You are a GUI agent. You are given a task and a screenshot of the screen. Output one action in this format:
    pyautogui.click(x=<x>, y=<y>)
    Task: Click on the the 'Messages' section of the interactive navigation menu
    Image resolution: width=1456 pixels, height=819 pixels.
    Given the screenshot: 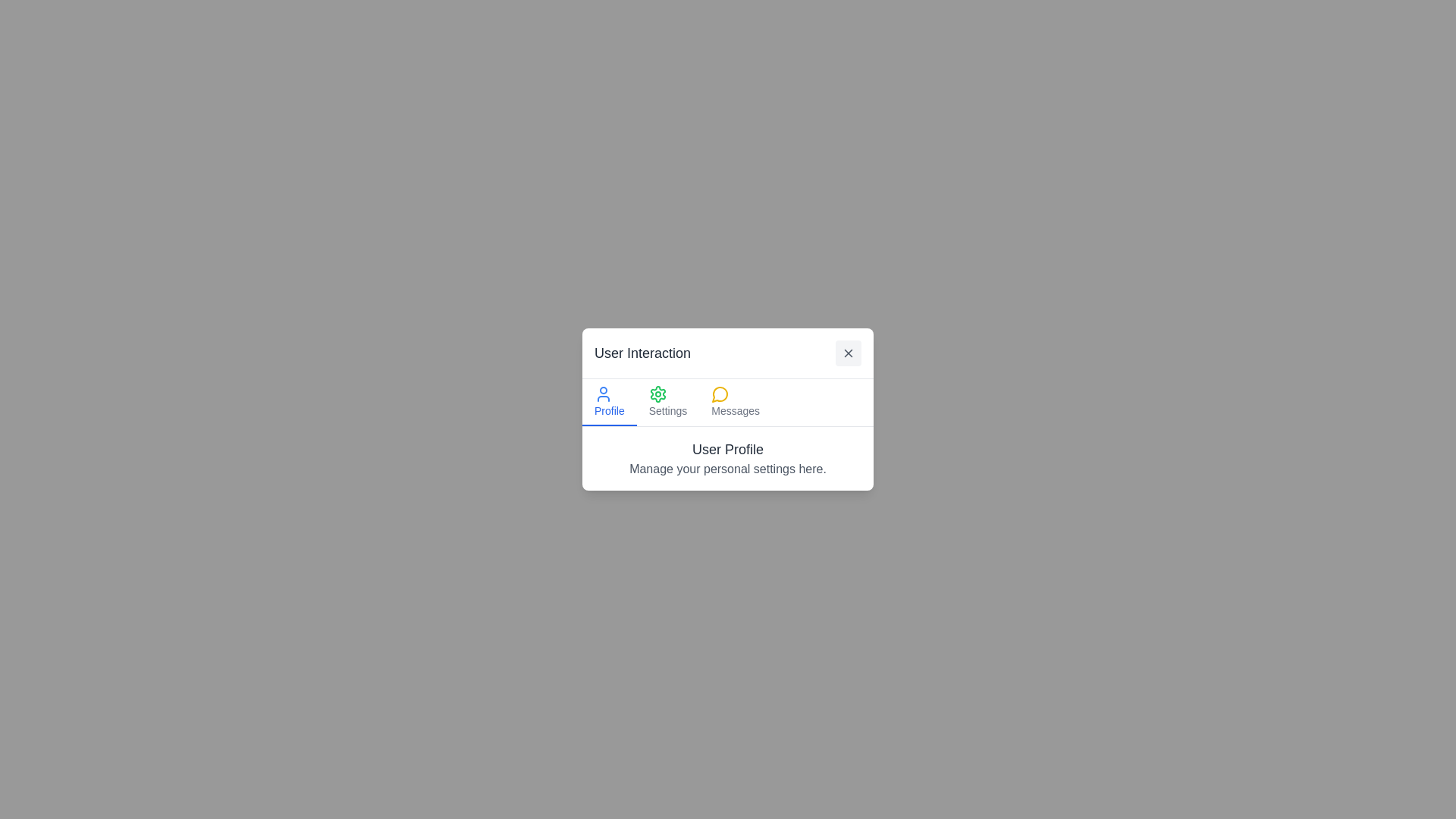 What is the action you would take?
    pyautogui.click(x=728, y=402)
    